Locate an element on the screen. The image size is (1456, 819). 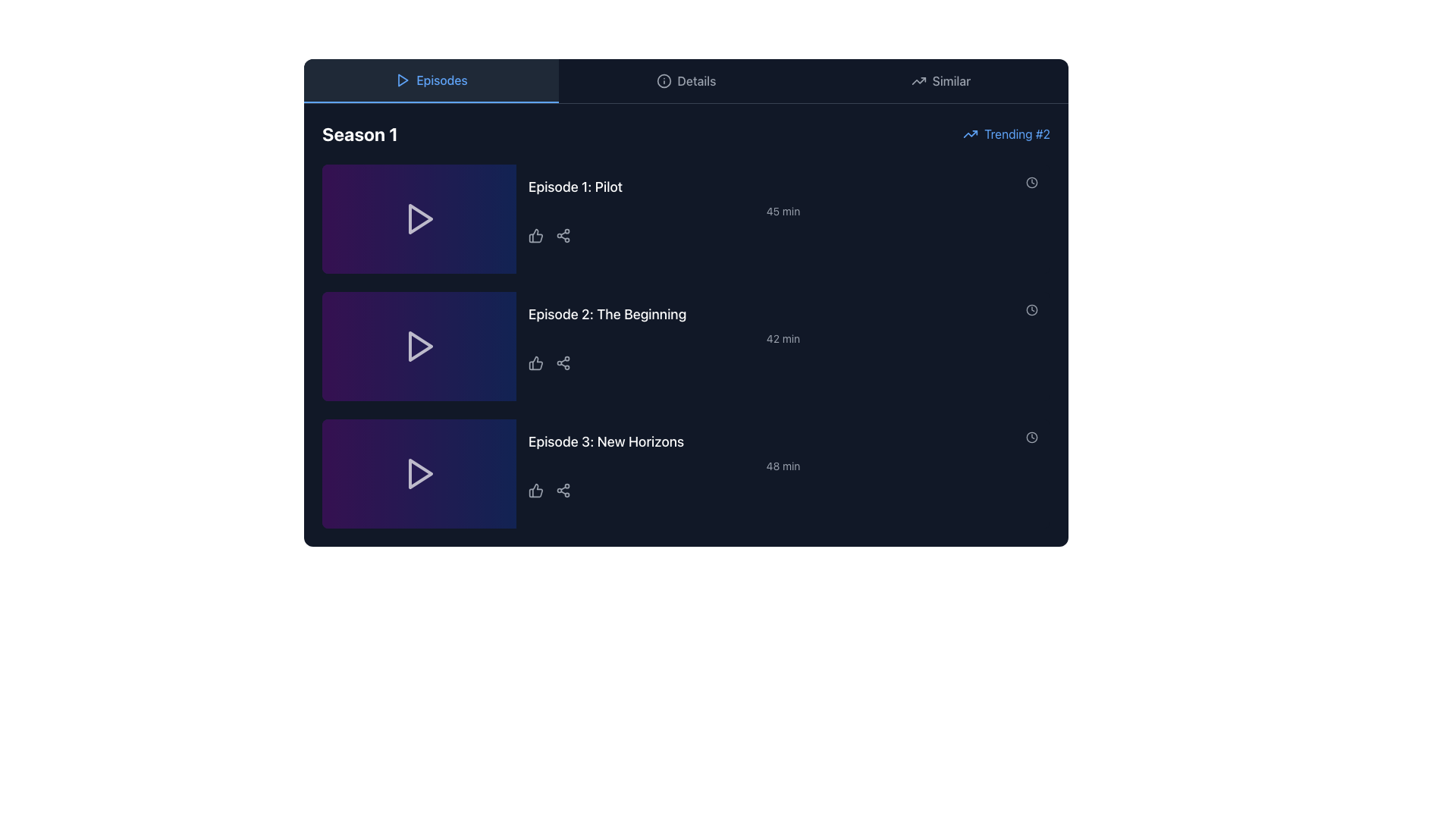
and interact with the inner circular graphical element of the clock icon, which is centrally positioned within its SVG component is located at coordinates (1031, 181).